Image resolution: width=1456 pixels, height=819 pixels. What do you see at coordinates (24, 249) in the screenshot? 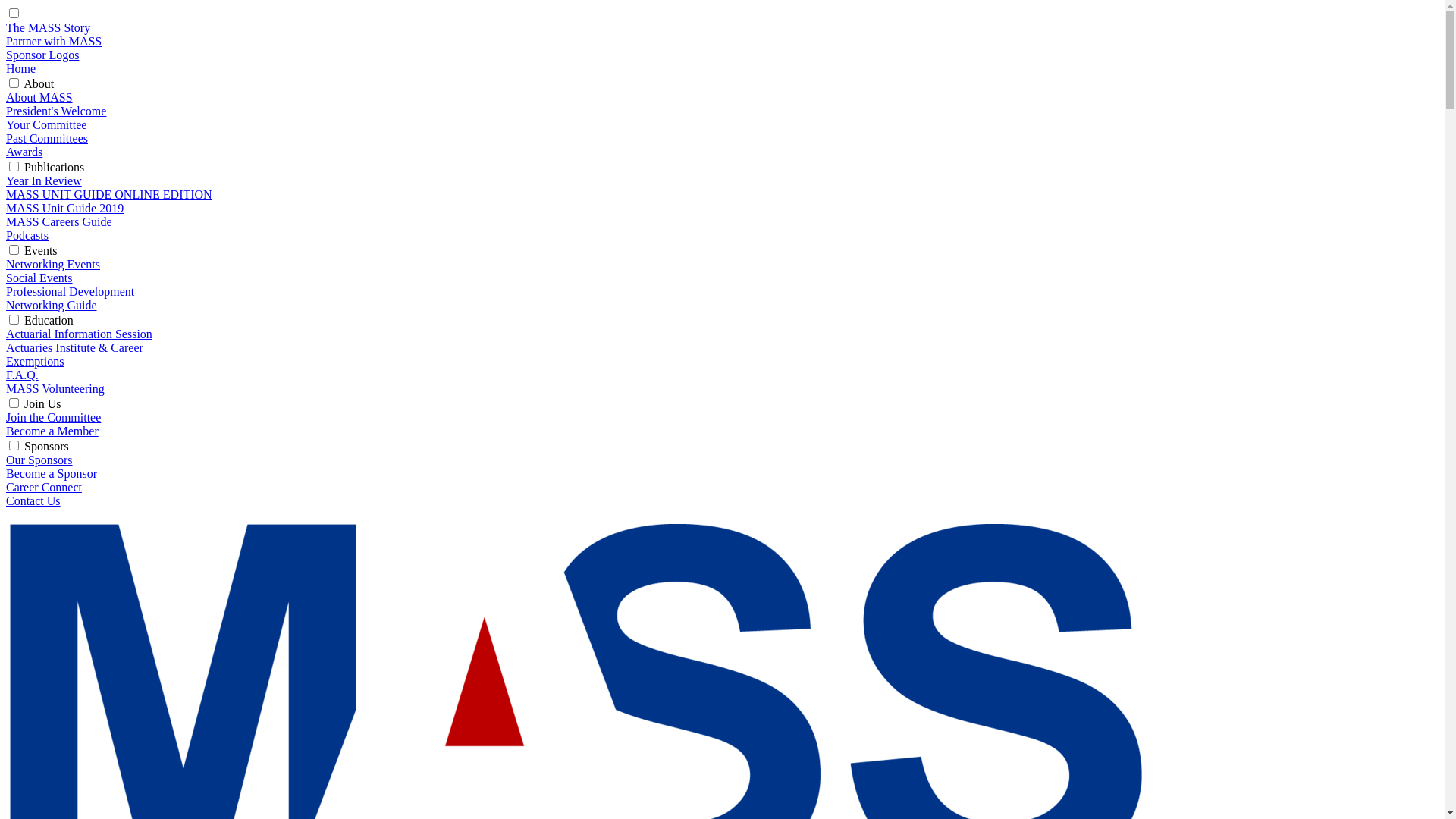
I see `'Events'` at bounding box center [24, 249].